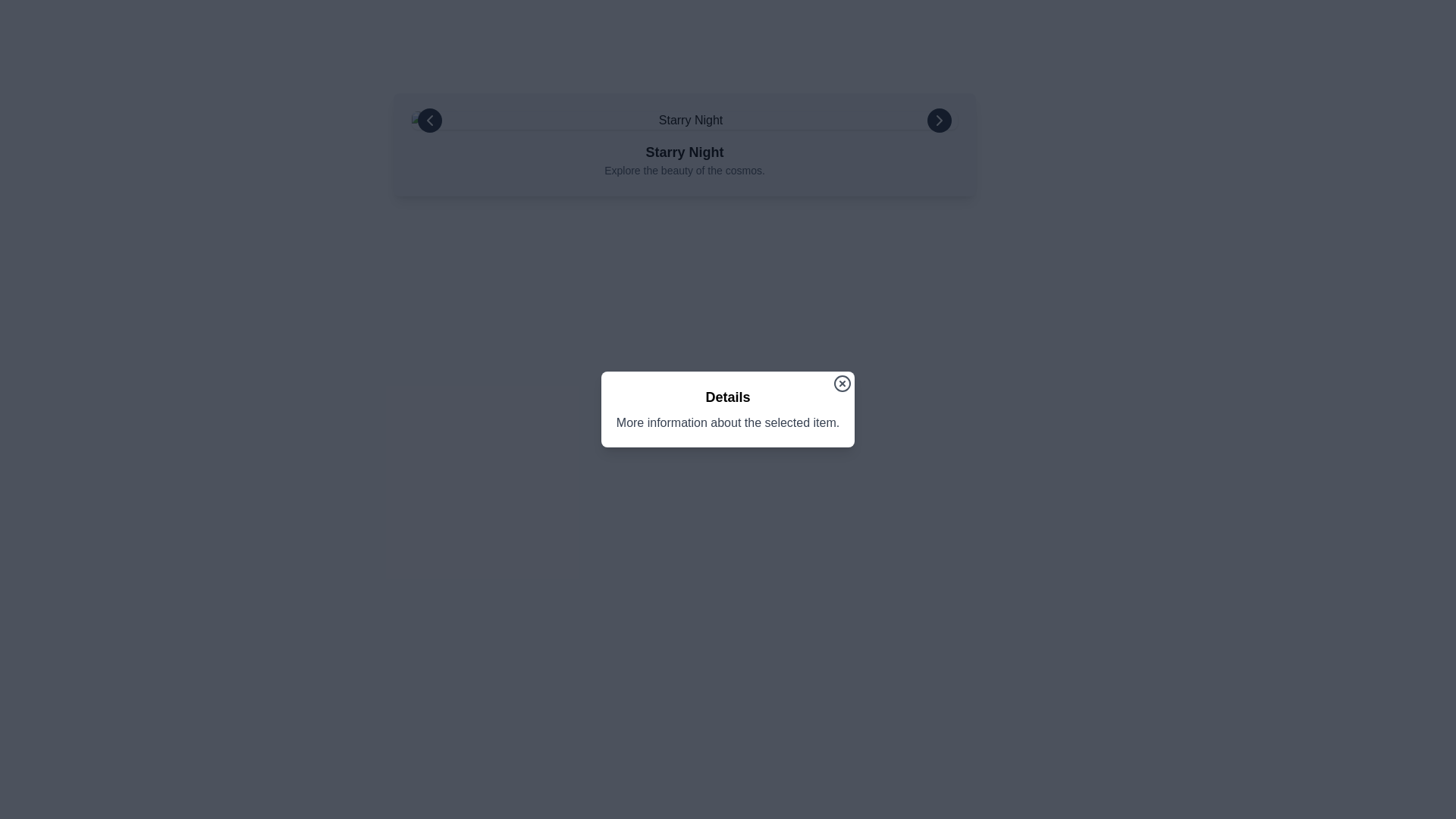 The height and width of the screenshot is (819, 1456). I want to click on the navigation chevron icon within the circular button on the left side of the 'Starry Night' panel, so click(428, 119).